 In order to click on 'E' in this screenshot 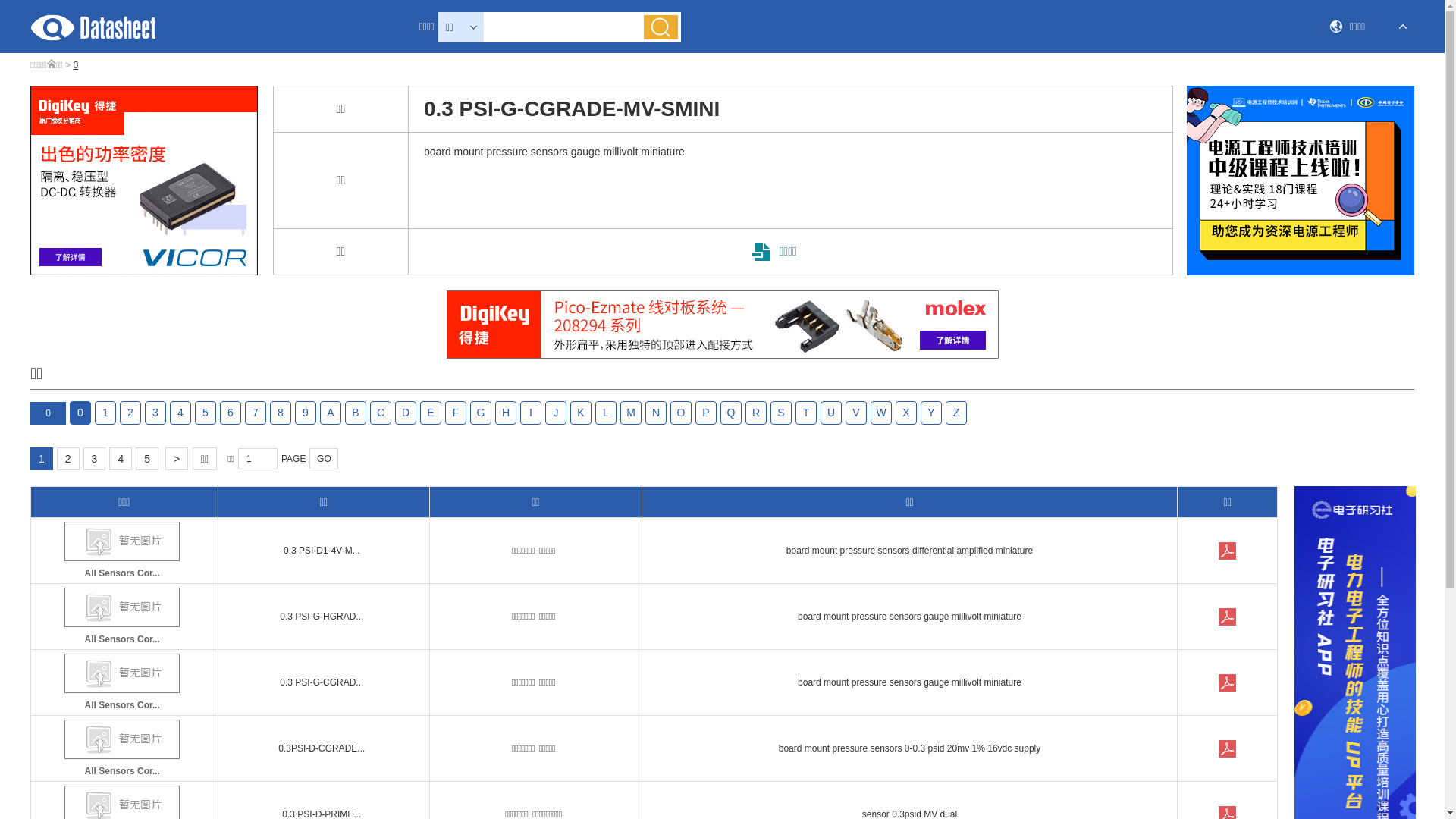, I will do `click(429, 413)`.